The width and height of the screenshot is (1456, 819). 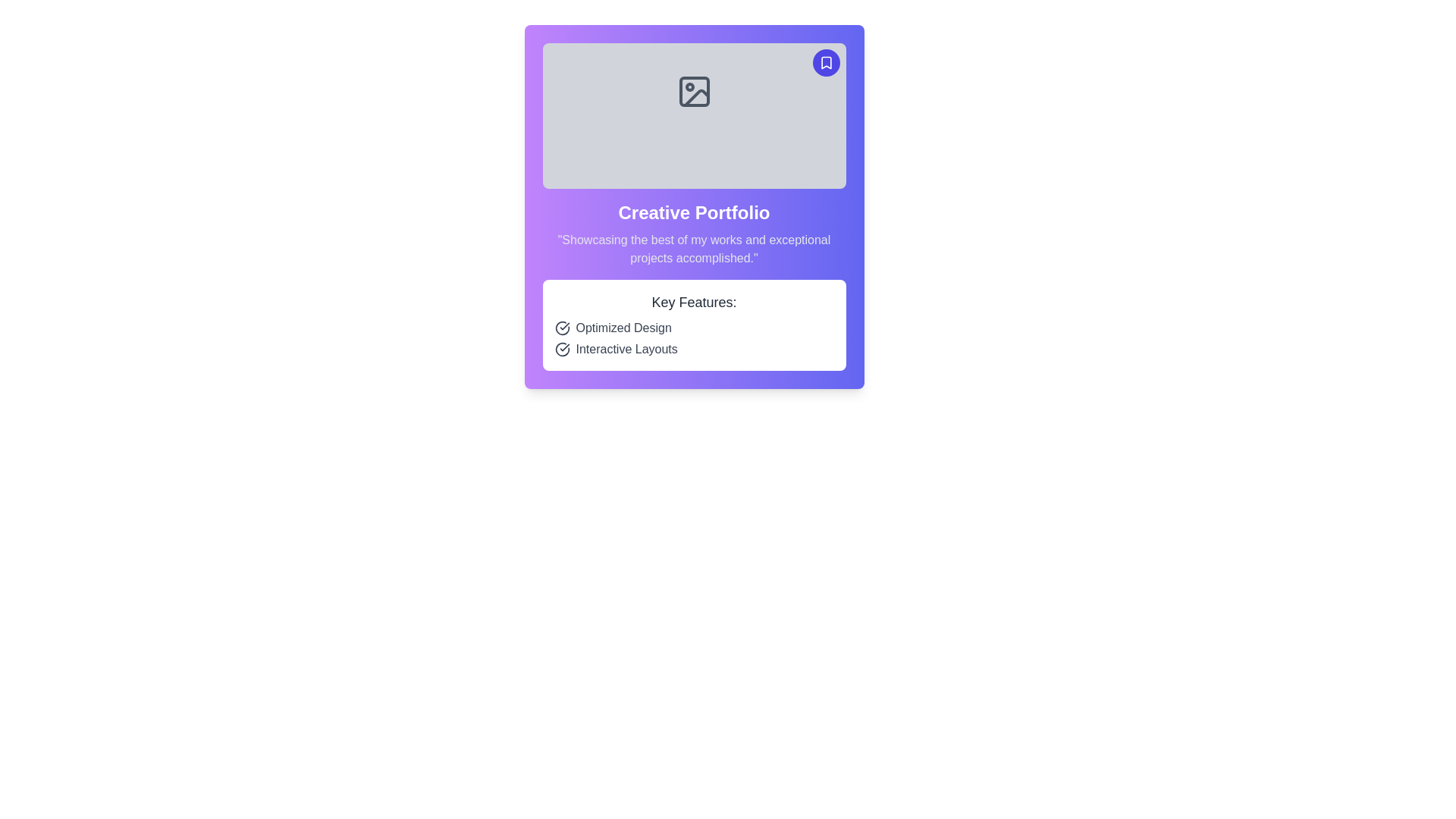 I want to click on the text label that summarizes the portfolio's highlights, located directly below the heading 'Creative Portfolio', so click(x=693, y=248).